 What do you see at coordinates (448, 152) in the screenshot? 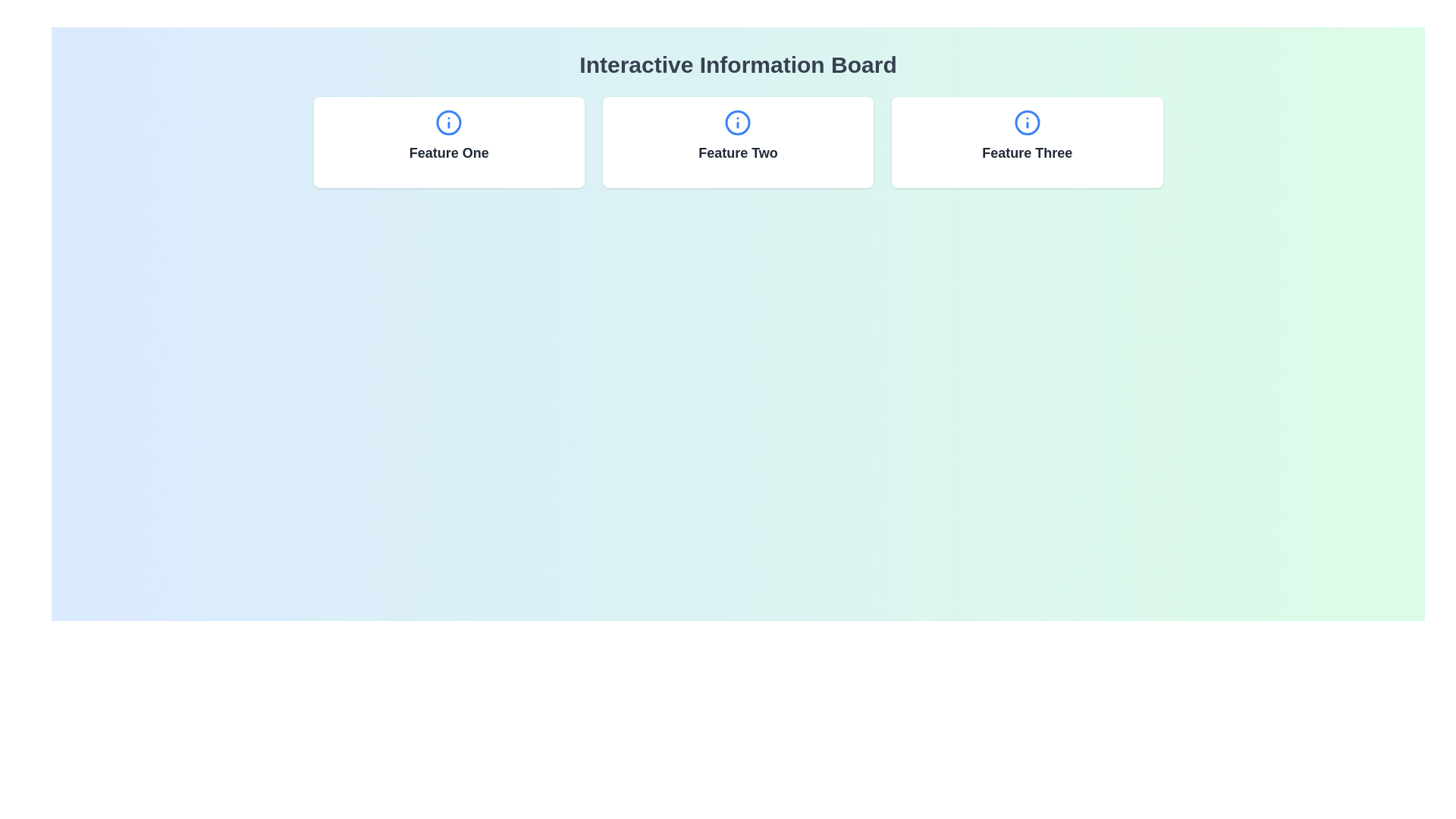
I see `the 'Feature One' text label, which is styled with a large font size, bold weight, and dark gray color` at bounding box center [448, 152].